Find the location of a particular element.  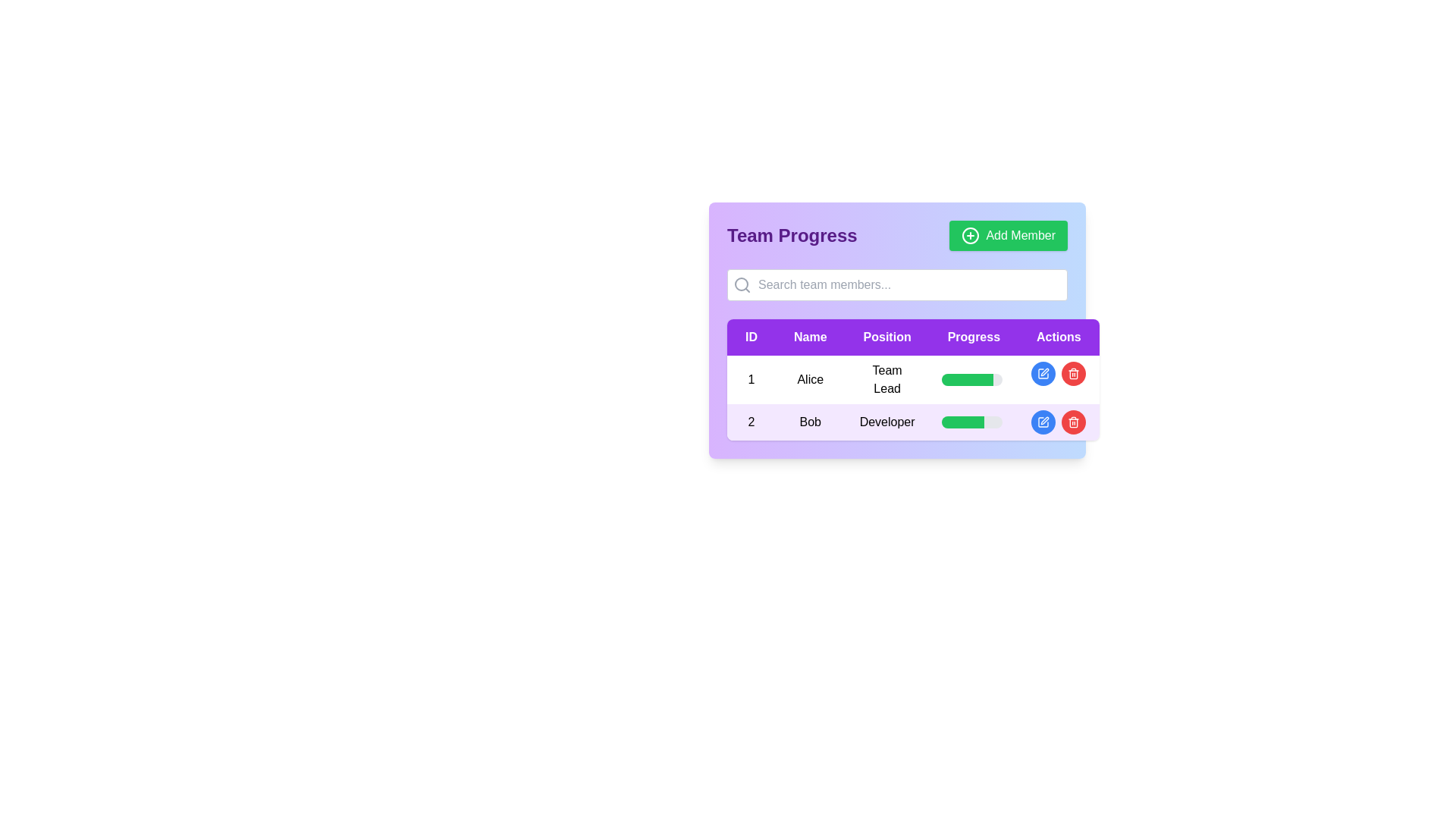

the red circular button with a white trash icon located in the 'Actions' column of the second row of the table within the 'Team Progress' panel is located at coordinates (1073, 374).